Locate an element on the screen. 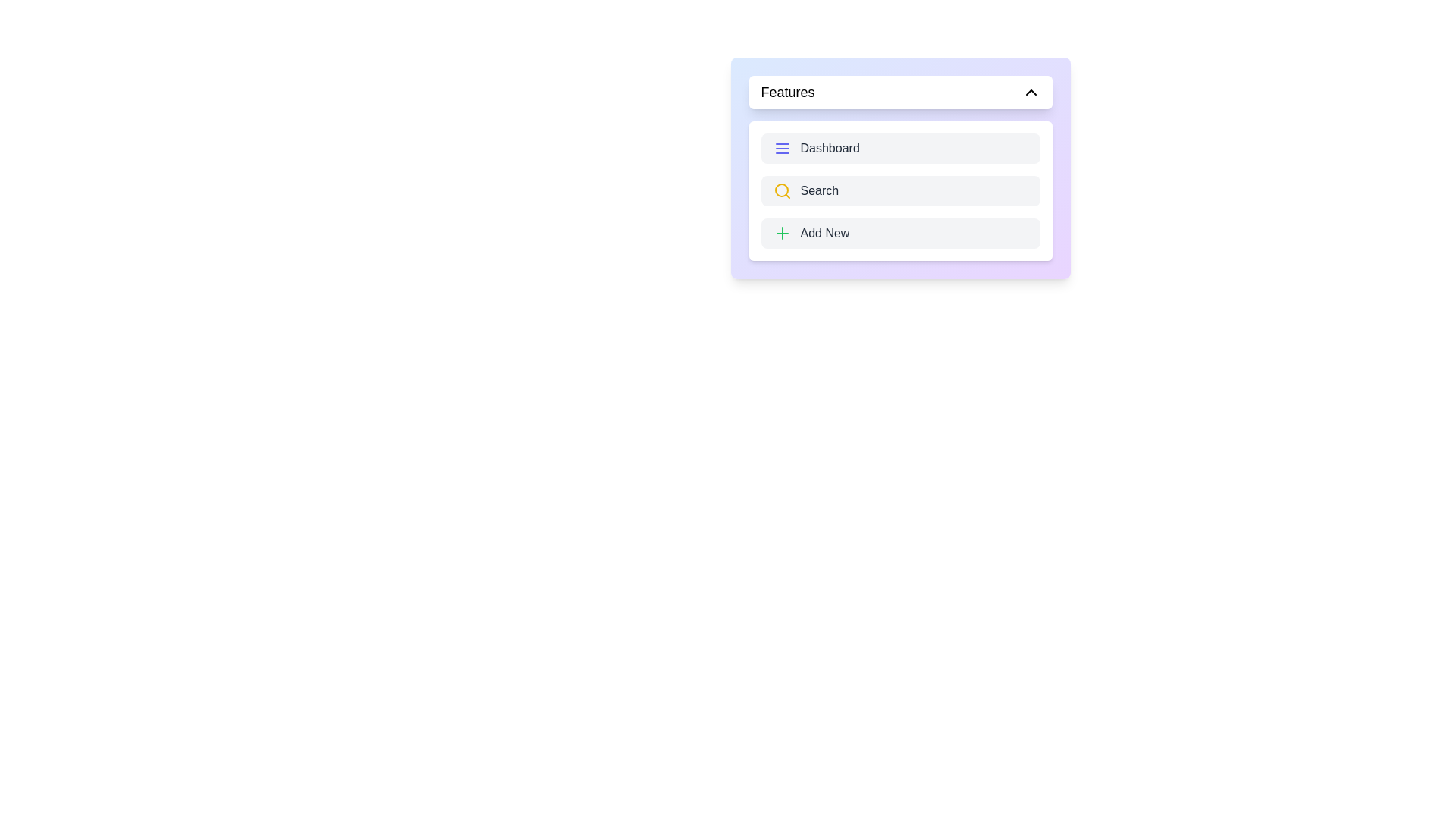 This screenshot has width=1456, height=819. the 'Search' button to access the search functionality is located at coordinates (900, 190).